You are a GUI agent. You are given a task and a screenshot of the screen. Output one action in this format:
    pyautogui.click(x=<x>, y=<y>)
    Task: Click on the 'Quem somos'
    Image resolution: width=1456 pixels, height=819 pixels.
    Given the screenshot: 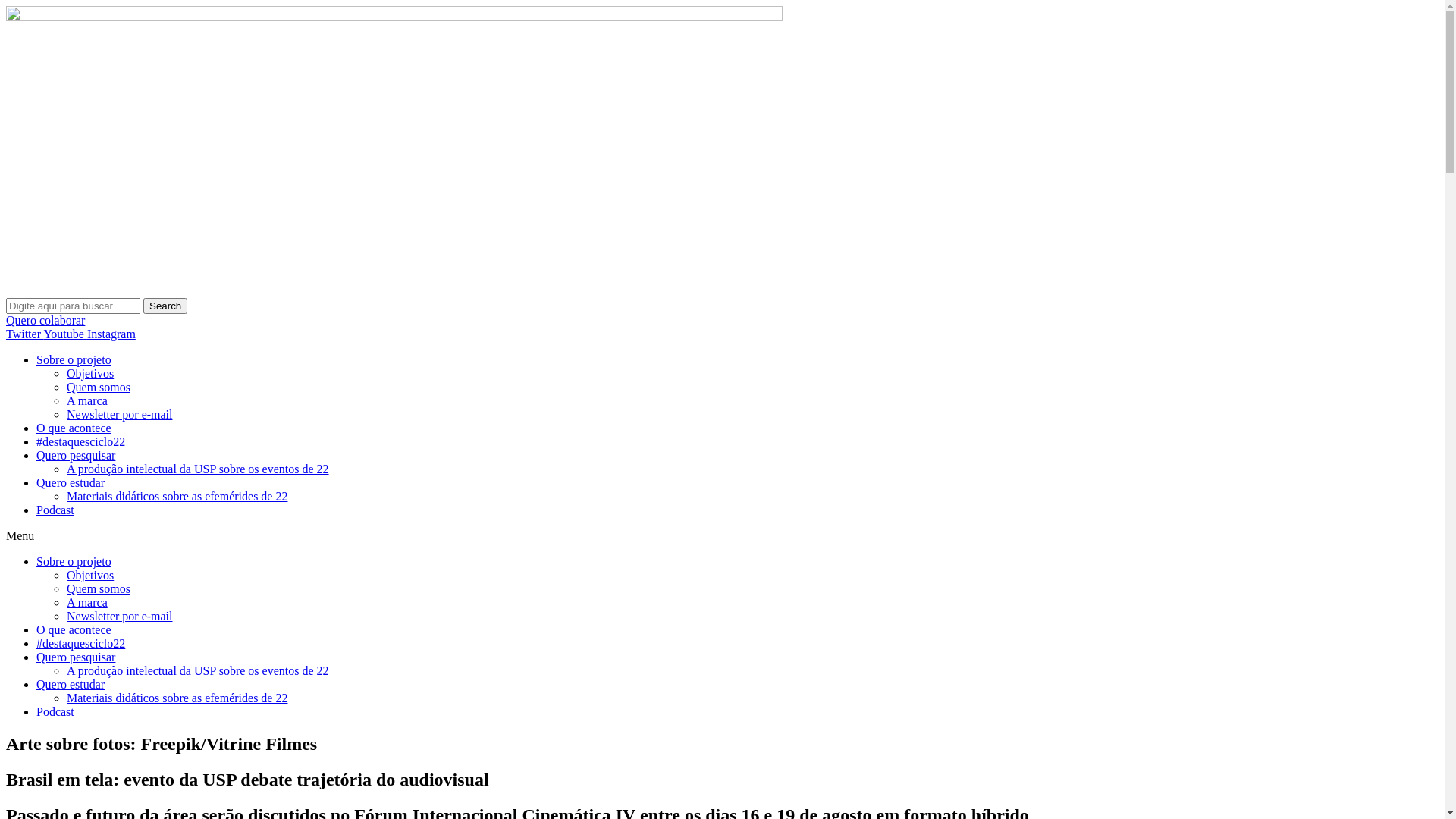 What is the action you would take?
    pyautogui.click(x=97, y=386)
    